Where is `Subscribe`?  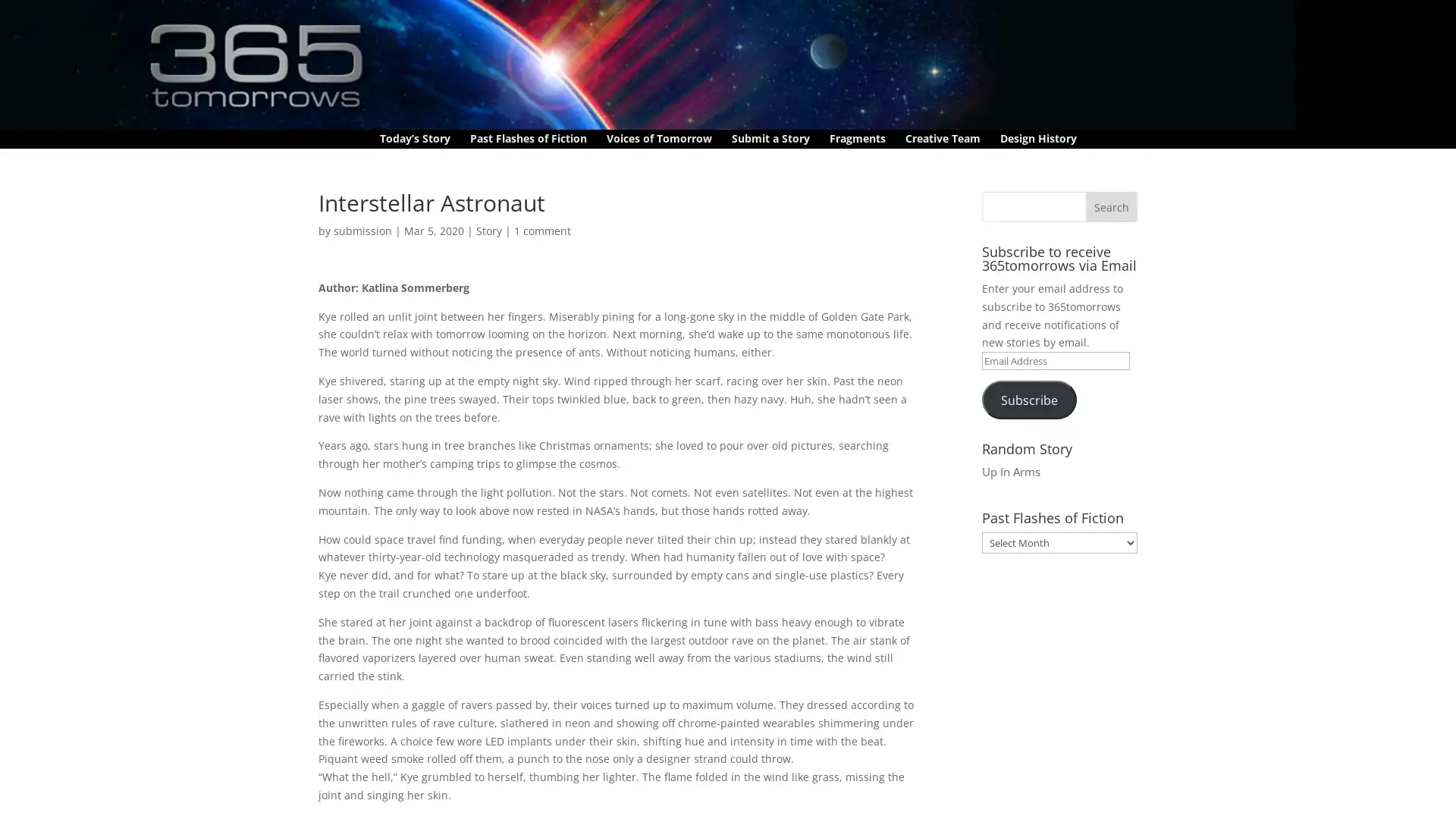
Subscribe is located at coordinates (1028, 399).